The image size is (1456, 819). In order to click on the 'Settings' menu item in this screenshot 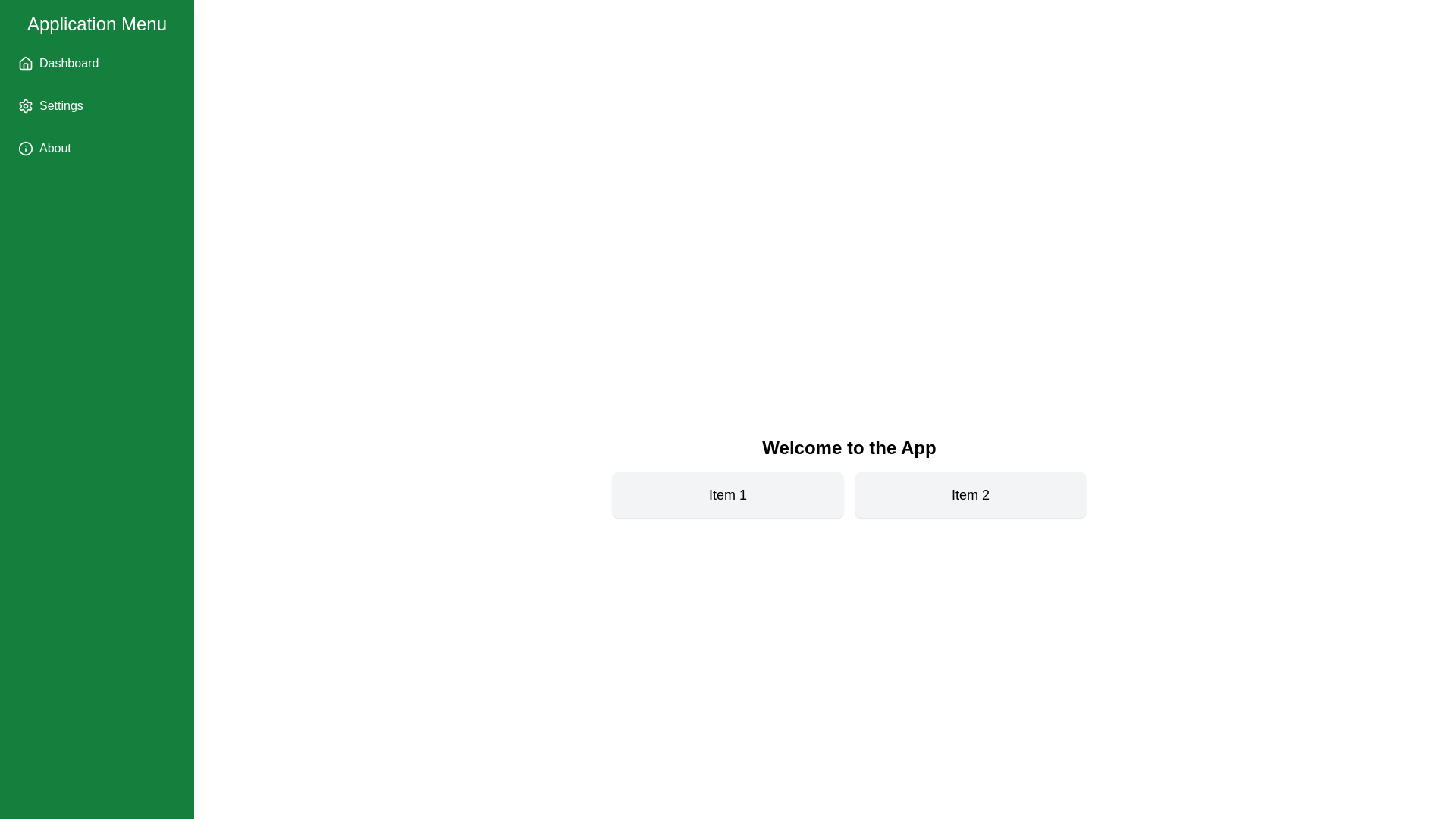, I will do `click(96, 105)`.